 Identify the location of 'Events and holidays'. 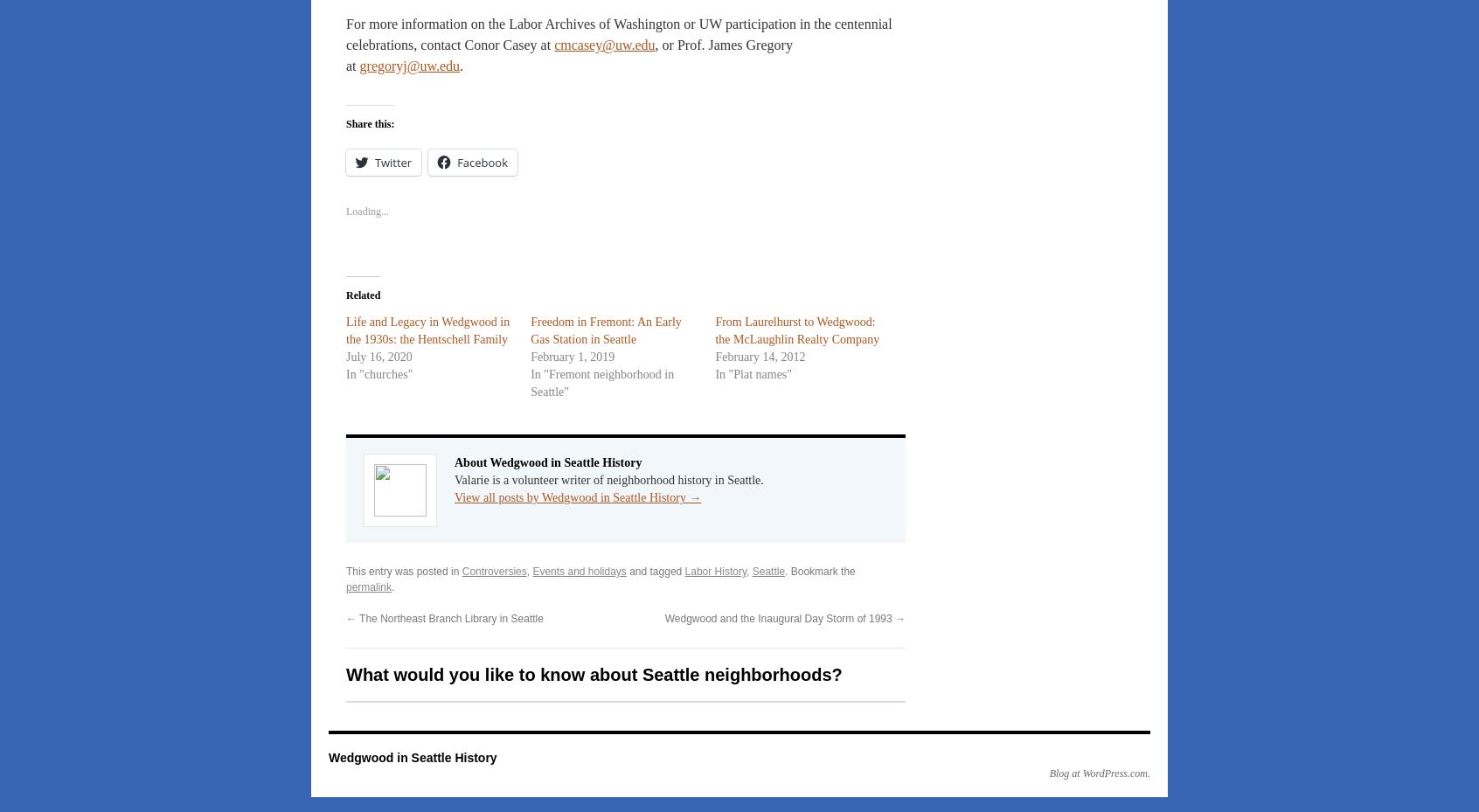
(579, 572).